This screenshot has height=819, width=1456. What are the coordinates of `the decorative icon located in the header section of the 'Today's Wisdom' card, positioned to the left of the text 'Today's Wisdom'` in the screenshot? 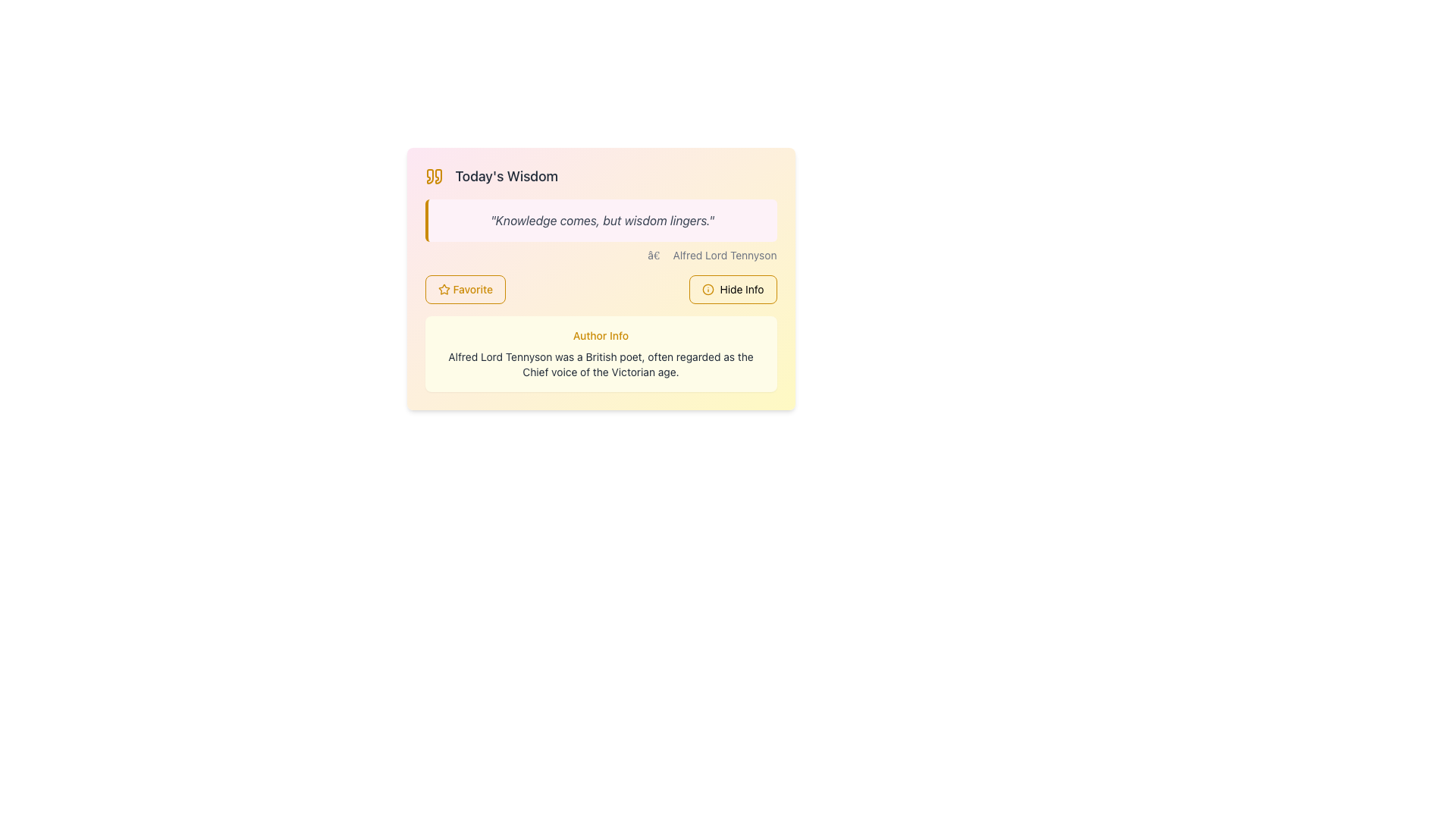 It's located at (433, 175).